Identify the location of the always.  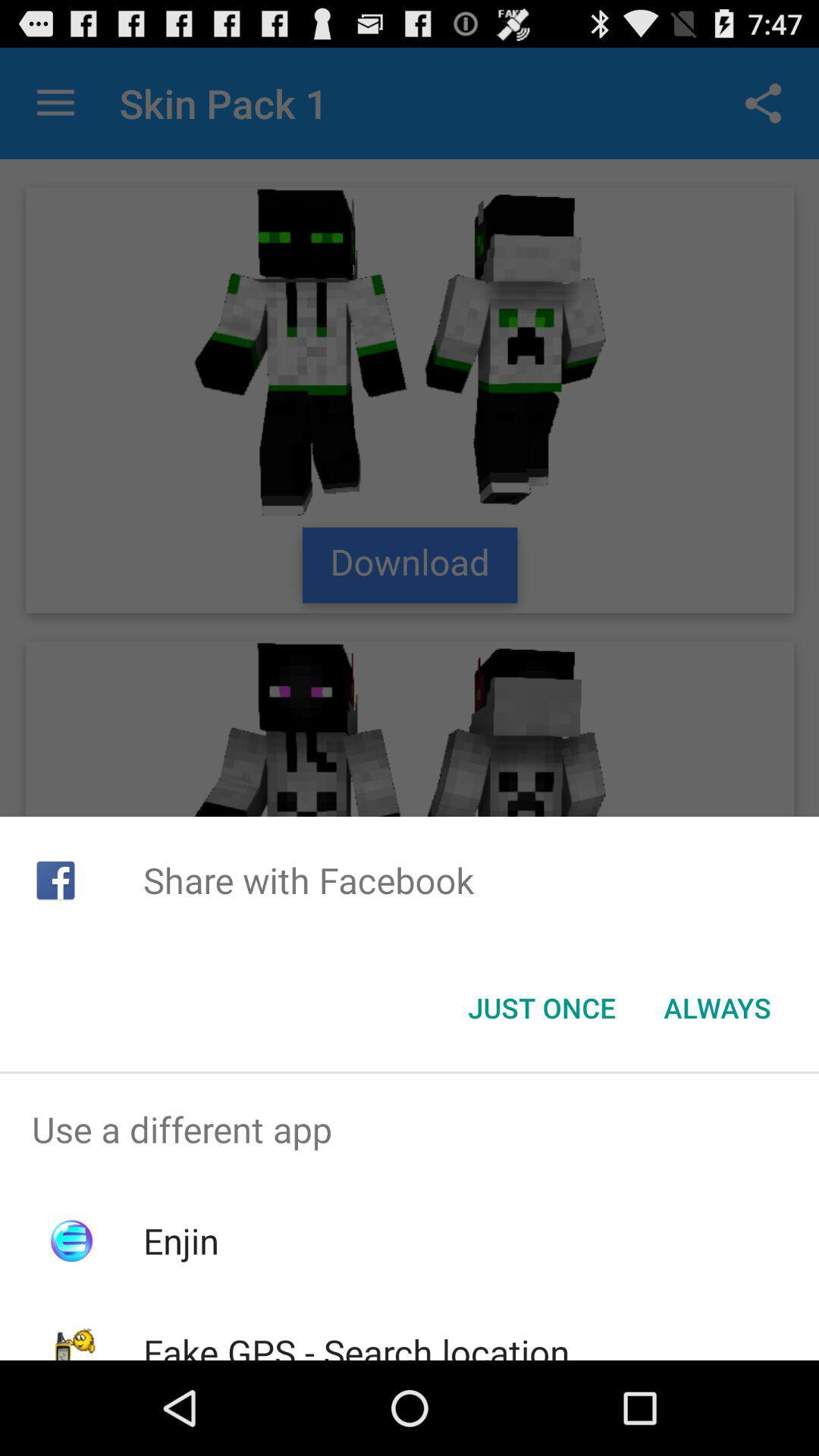
(717, 1008).